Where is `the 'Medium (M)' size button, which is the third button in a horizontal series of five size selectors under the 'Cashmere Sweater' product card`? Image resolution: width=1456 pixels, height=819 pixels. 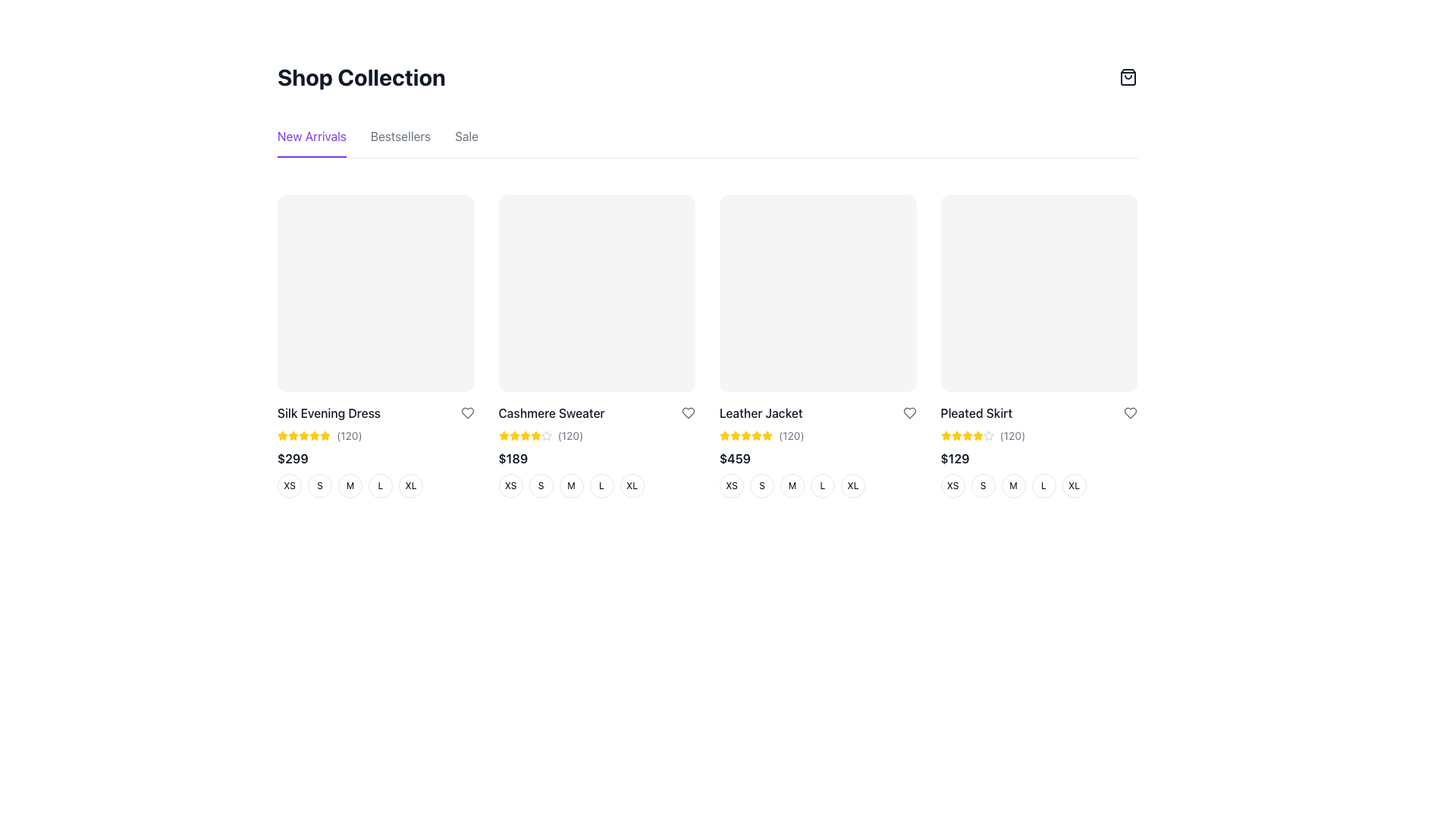
the 'Medium (M)' size button, which is the third button in a horizontal series of five size selectors under the 'Cashmere Sweater' product card is located at coordinates (570, 485).